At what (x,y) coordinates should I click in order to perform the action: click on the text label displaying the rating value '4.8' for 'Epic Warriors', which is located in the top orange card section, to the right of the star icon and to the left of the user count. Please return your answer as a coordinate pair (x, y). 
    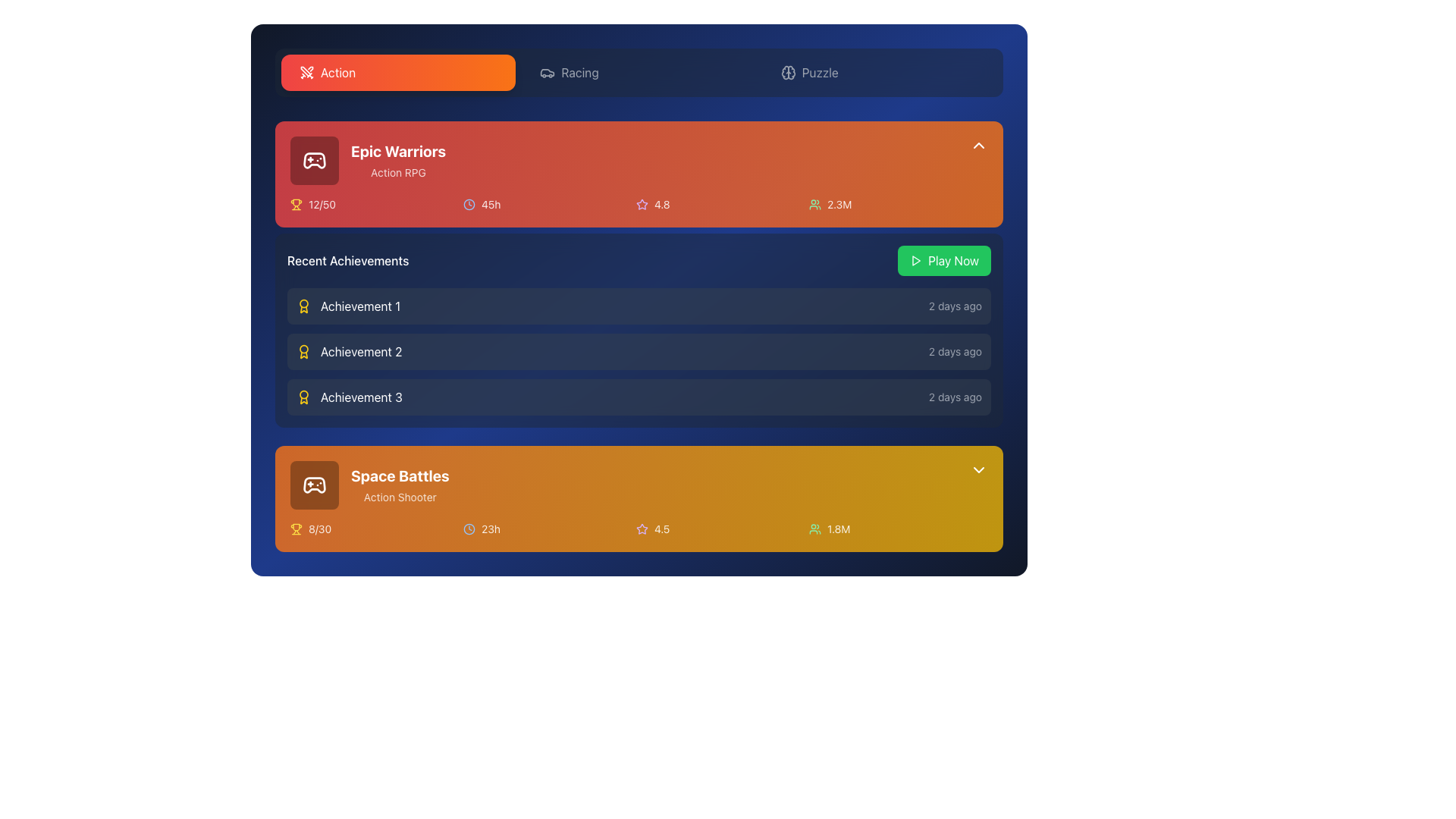
    Looking at the image, I should click on (662, 205).